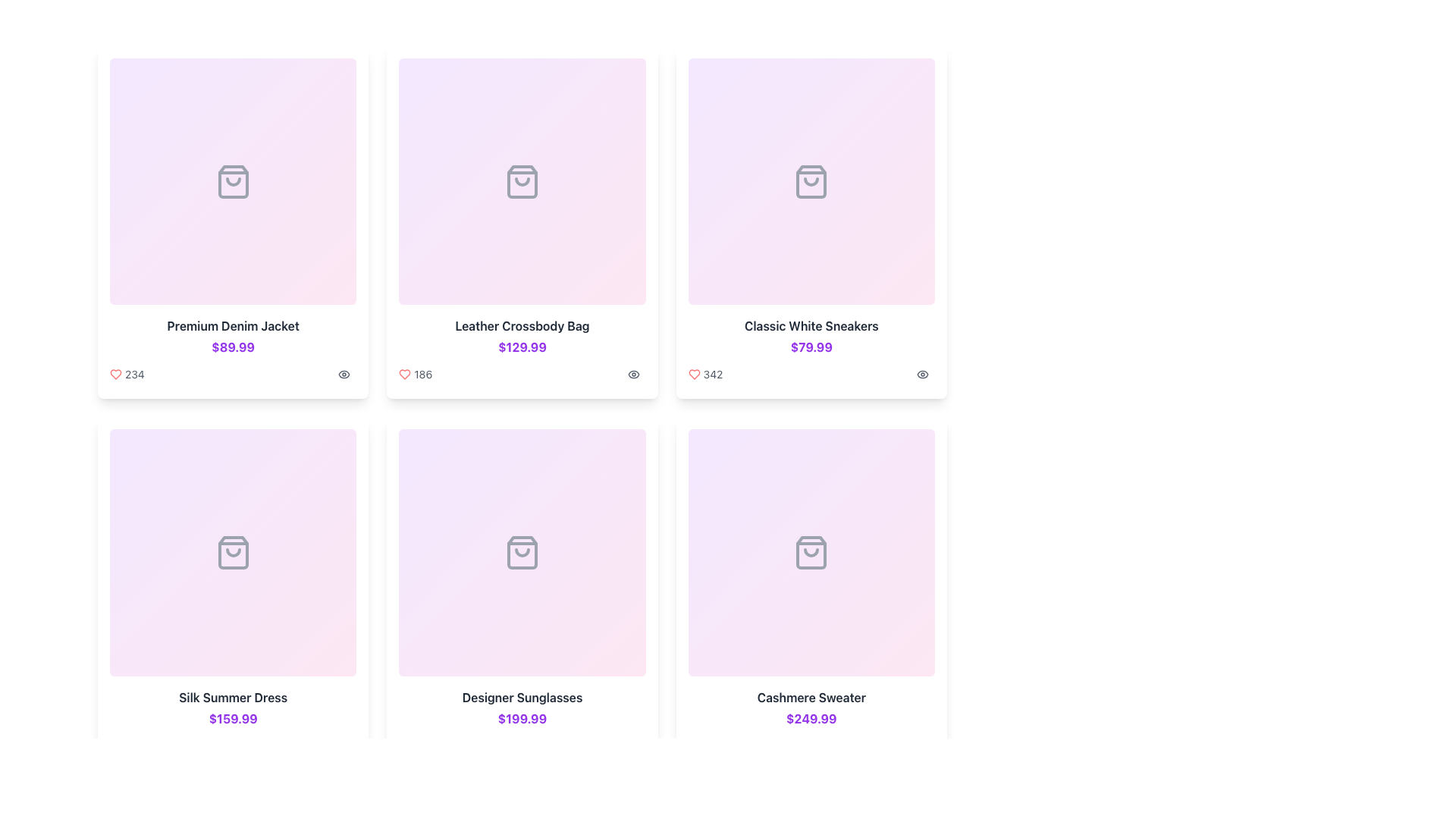 This screenshot has height=819, width=1456. What do you see at coordinates (811, 717) in the screenshot?
I see `the price label displaying '$249.99' in bold purple font, located beneath the 'Cashmere Sweater' text label` at bounding box center [811, 717].